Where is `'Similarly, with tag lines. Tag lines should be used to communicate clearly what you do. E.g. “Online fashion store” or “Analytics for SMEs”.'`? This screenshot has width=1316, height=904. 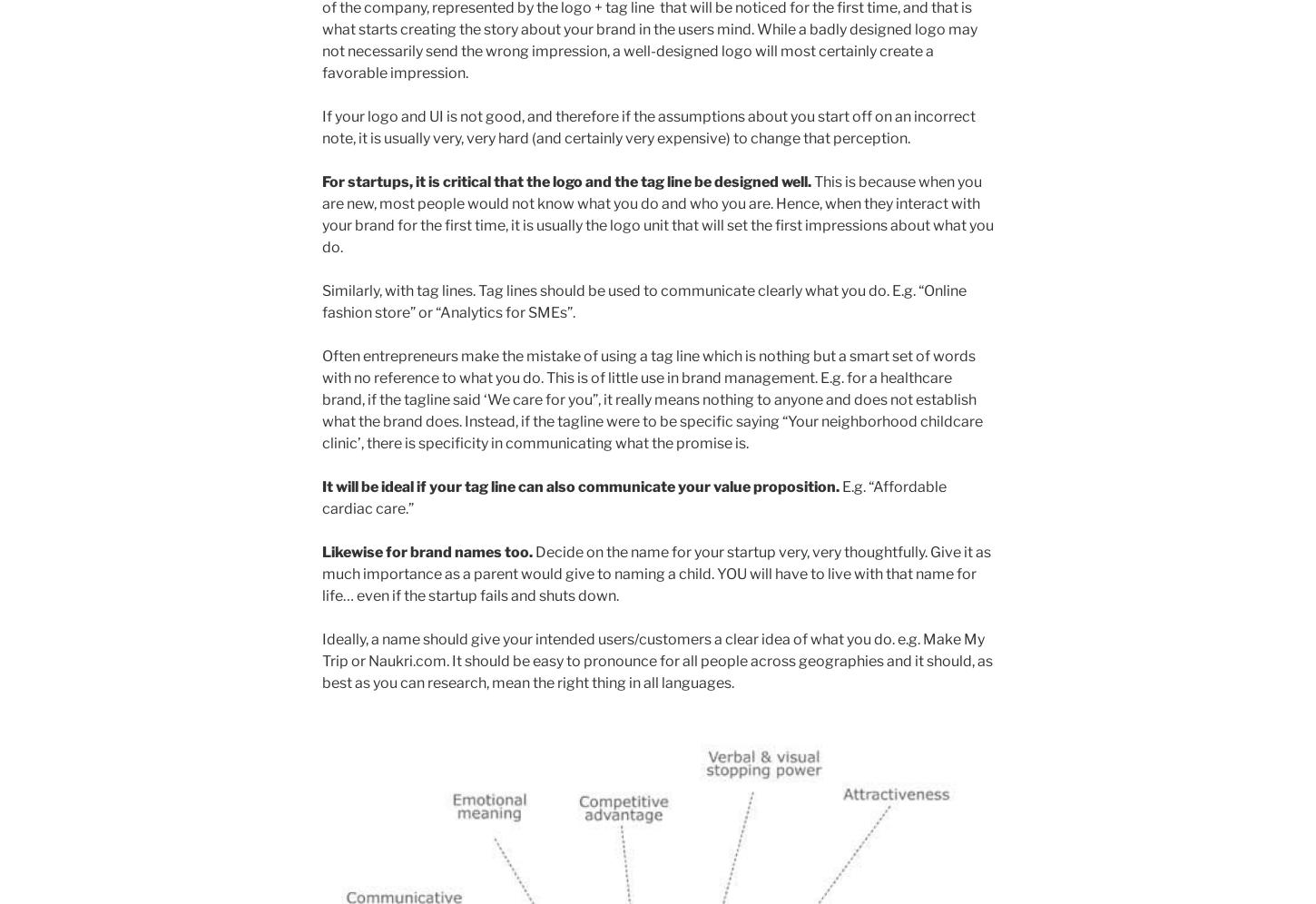
'Similarly, with tag lines. Tag lines should be used to communicate clearly what you do. E.g. “Online fashion store” or “Analytics for SMEs”.' is located at coordinates (643, 300).